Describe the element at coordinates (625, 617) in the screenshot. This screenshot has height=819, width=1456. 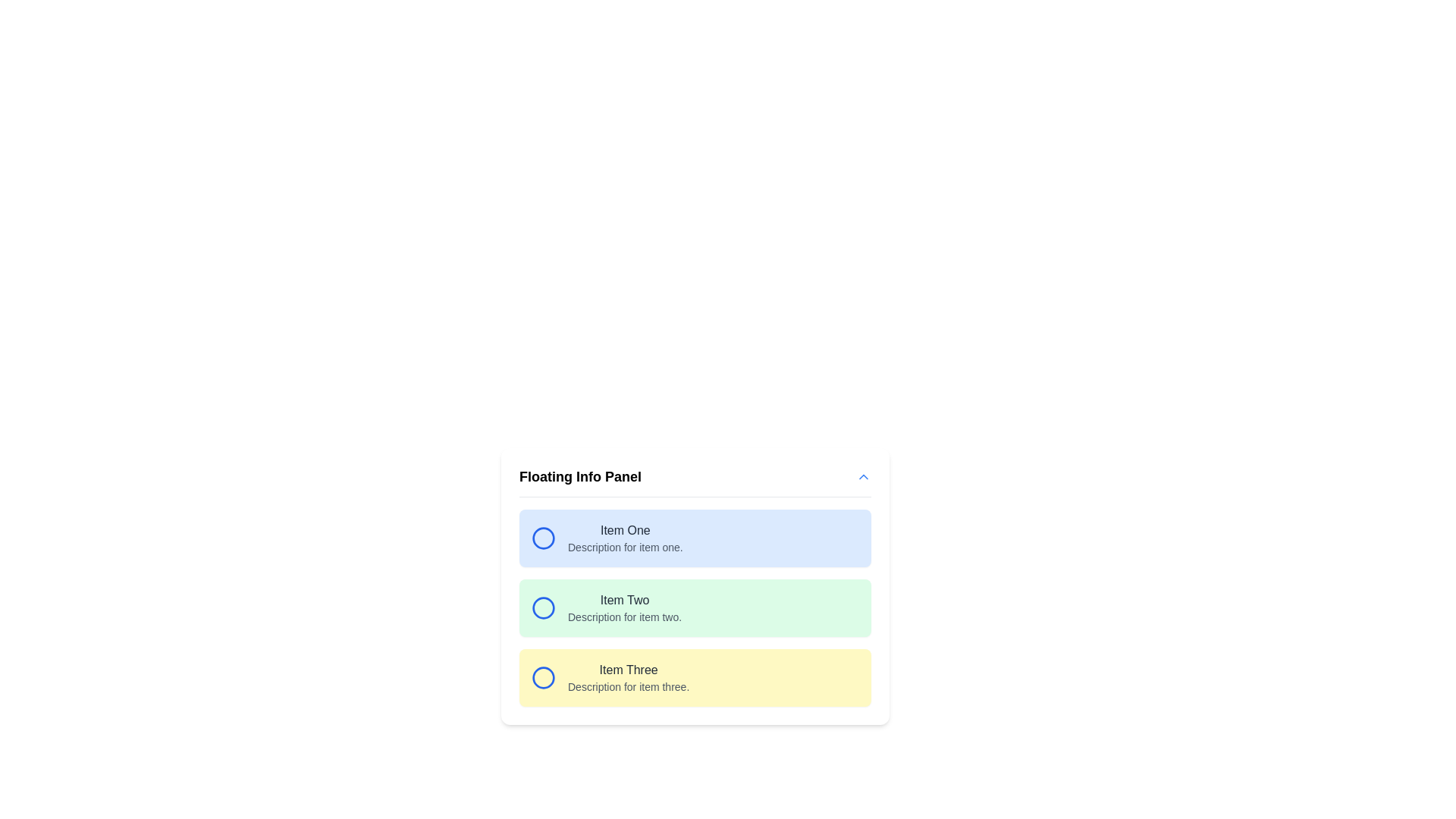
I see `the text label displaying 'Description for item two.' located beneath the main heading 'Item Two' in the green background area of the 'Floating Info Panel'` at that location.